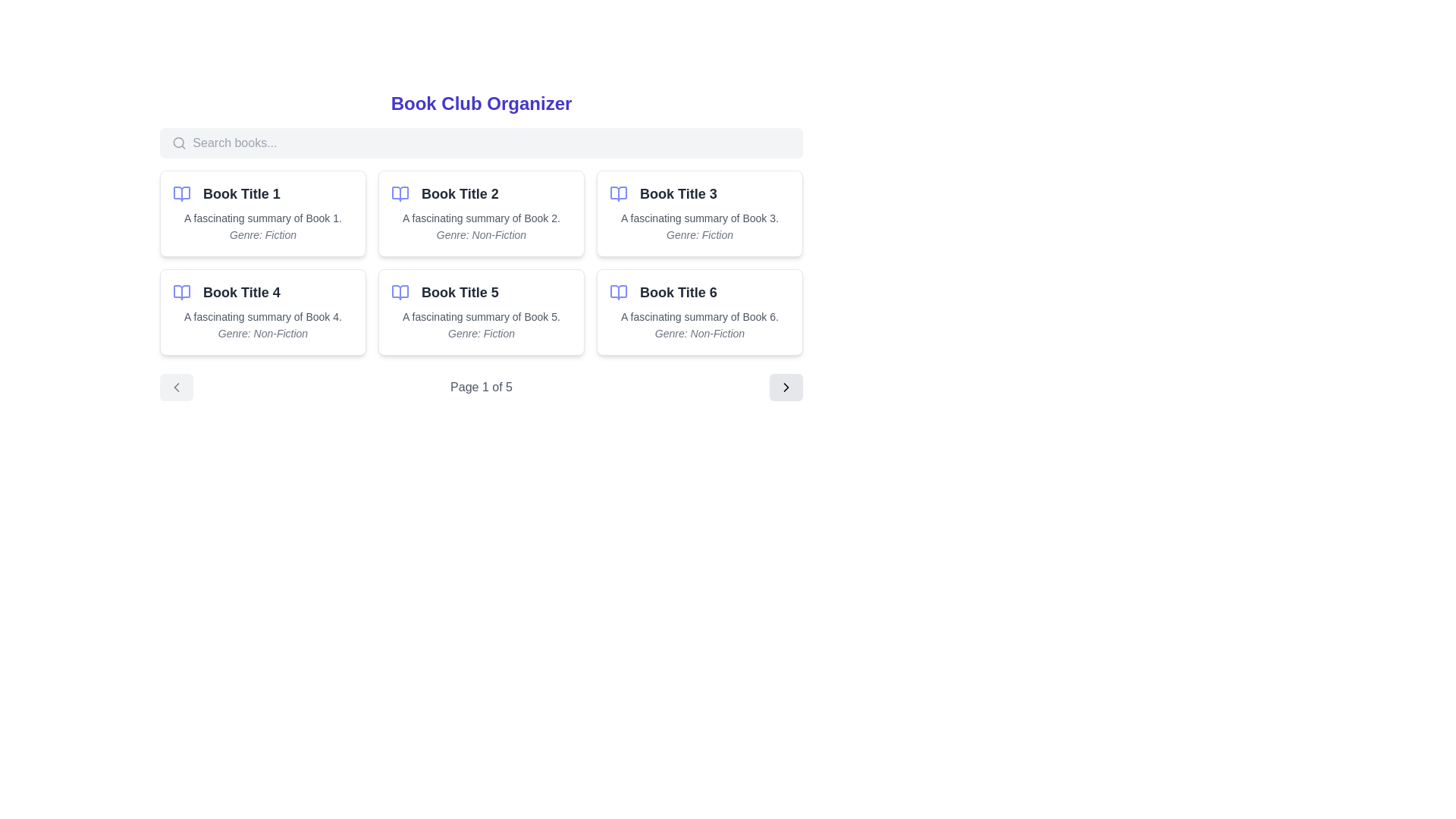  Describe the element at coordinates (262, 332) in the screenshot. I see `the text label displaying 'Genre: Non-Fiction' which is styled in a small italic font and positioned below the summary of 'Book Title 4'` at that location.